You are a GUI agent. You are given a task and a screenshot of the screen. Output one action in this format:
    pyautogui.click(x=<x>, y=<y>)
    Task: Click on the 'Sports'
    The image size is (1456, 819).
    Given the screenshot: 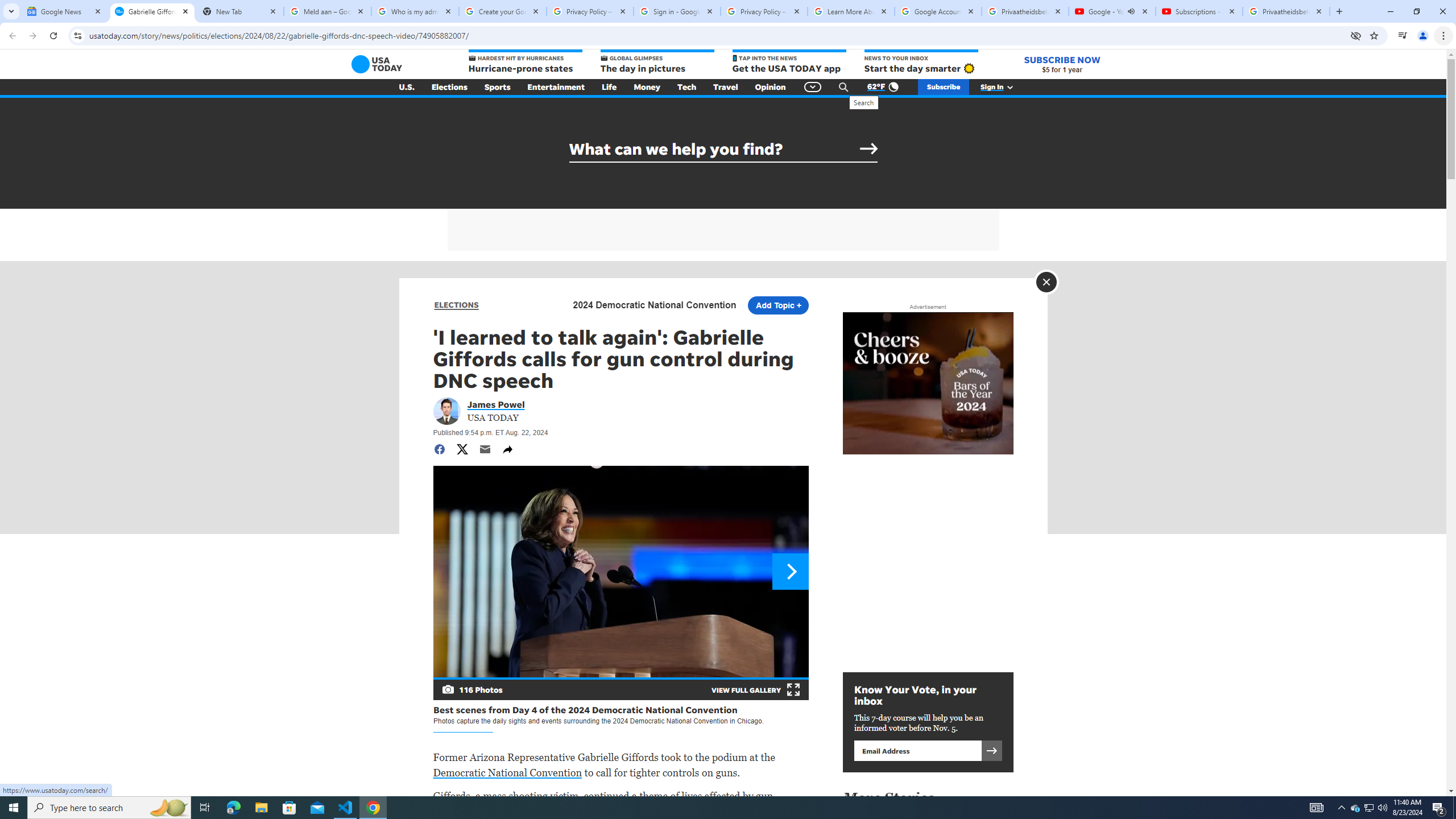 What is the action you would take?
    pyautogui.click(x=498, y=87)
    